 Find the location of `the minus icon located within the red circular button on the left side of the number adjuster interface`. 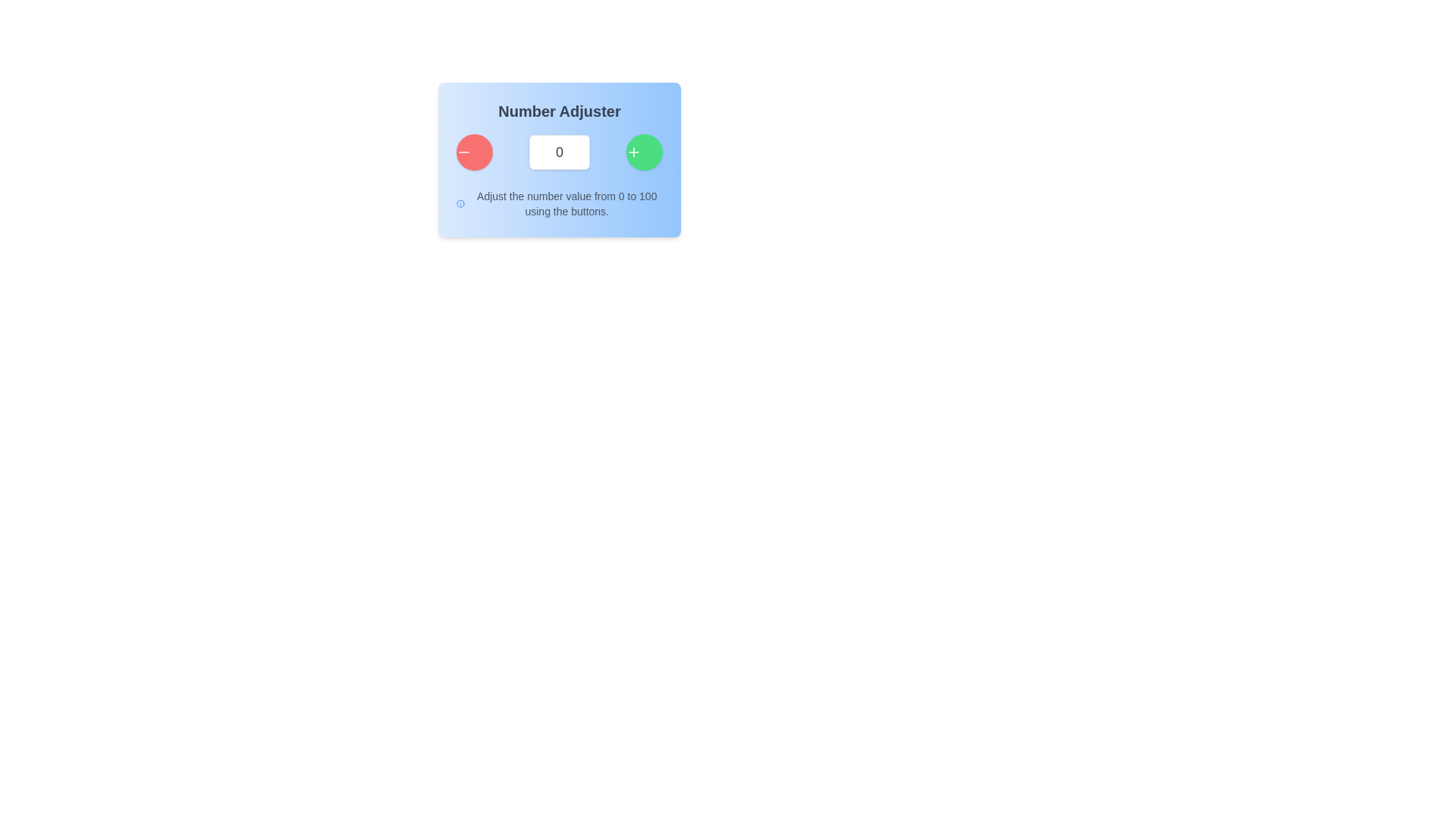

the minus icon located within the red circular button on the left side of the number adjuster interface is located at coordinates (463, 152).